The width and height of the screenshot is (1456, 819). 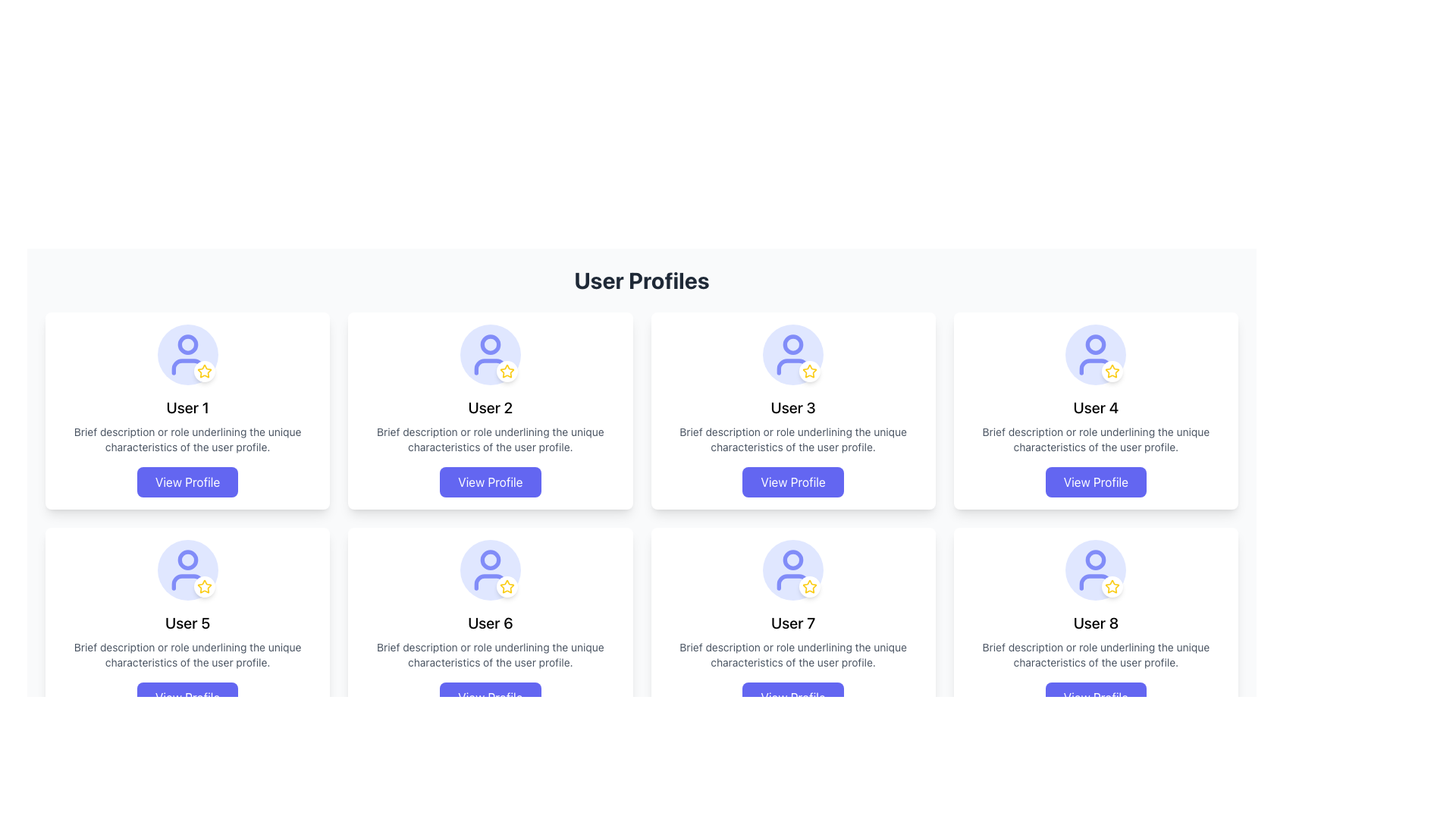 I want to click on the star icon in the bottom-right corner of the user profile card labeled 'User 4', so click(x=1112, y=371).